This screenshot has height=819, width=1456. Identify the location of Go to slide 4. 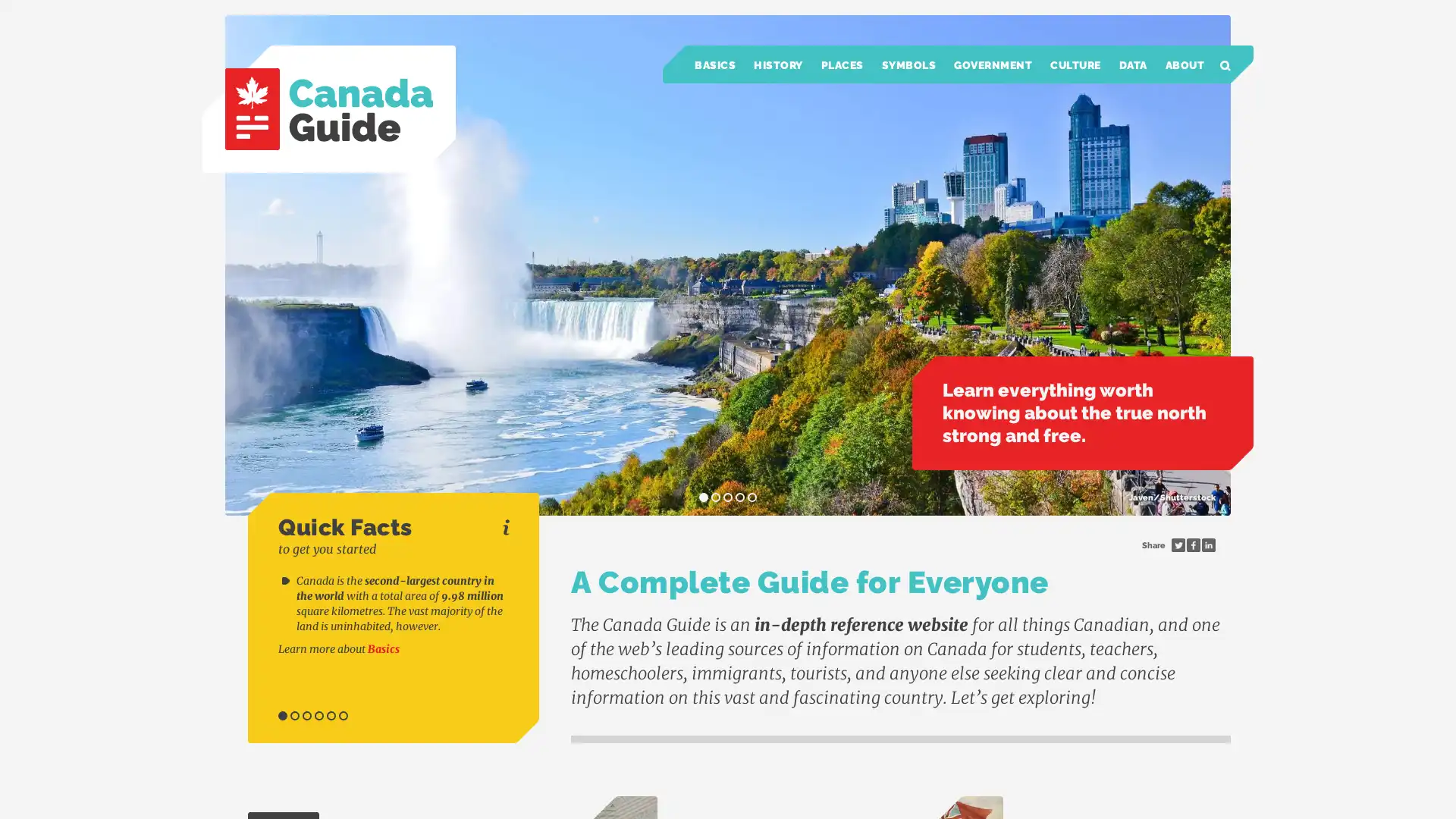
(318, 716).